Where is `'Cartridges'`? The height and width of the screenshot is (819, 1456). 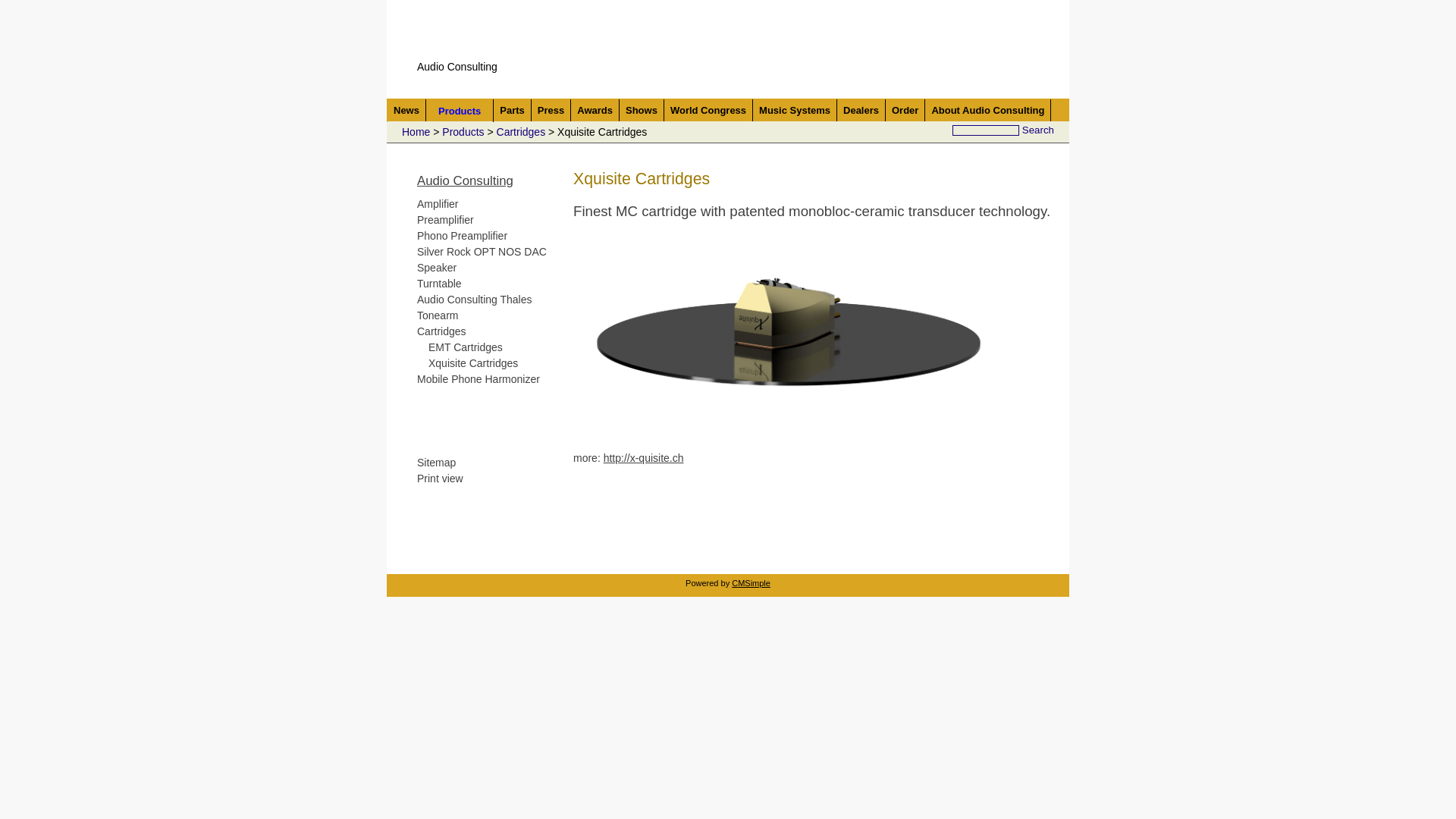 'Cartridges' is located at coordinates (521, 130).